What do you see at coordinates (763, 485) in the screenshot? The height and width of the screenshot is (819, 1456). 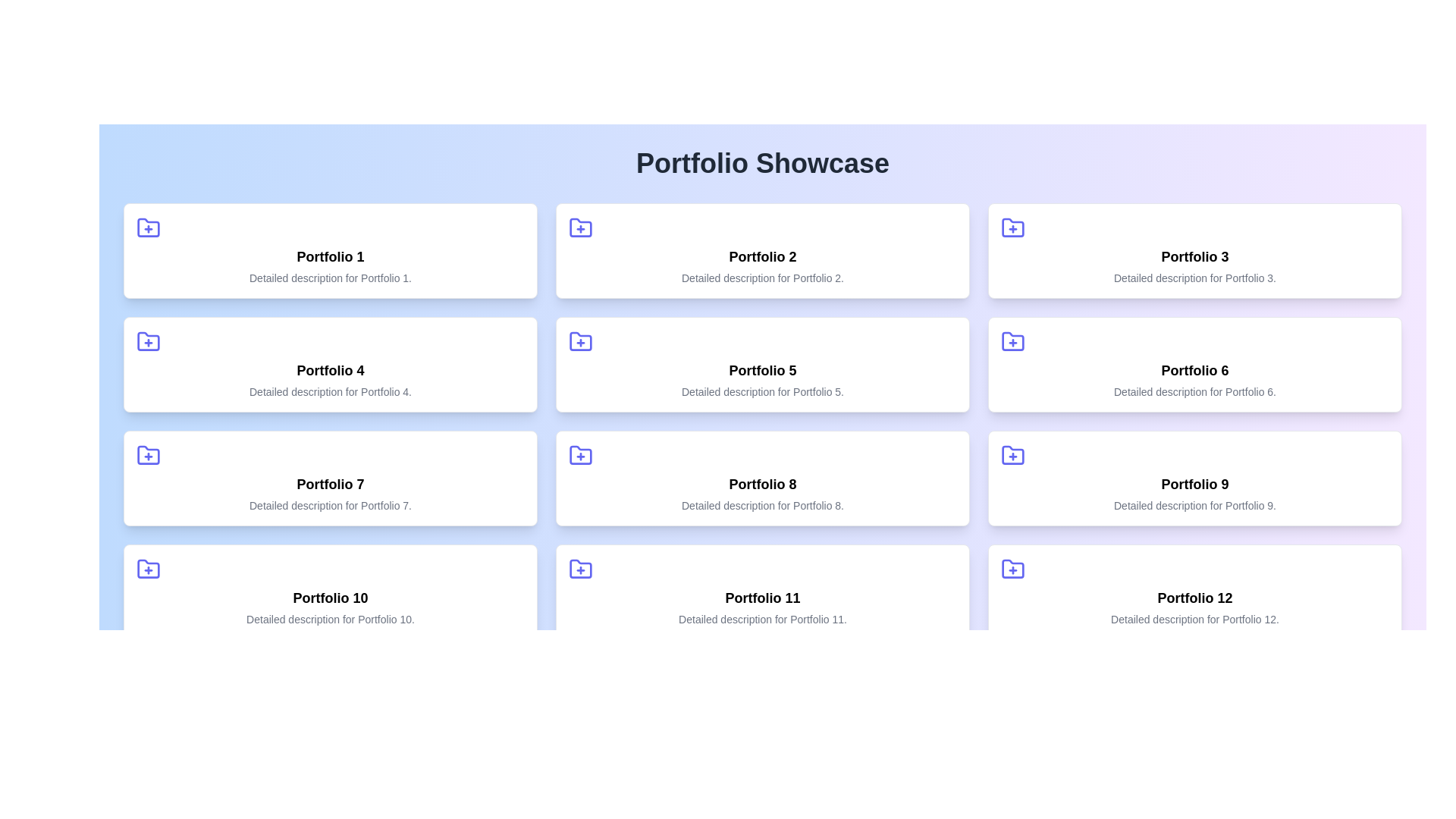 I see `the bolded text header displaying 'Portfolio 8' located in the eighth card of a grid layout, positioned between an icon above and a description text below` at bounding box center [763, 485].